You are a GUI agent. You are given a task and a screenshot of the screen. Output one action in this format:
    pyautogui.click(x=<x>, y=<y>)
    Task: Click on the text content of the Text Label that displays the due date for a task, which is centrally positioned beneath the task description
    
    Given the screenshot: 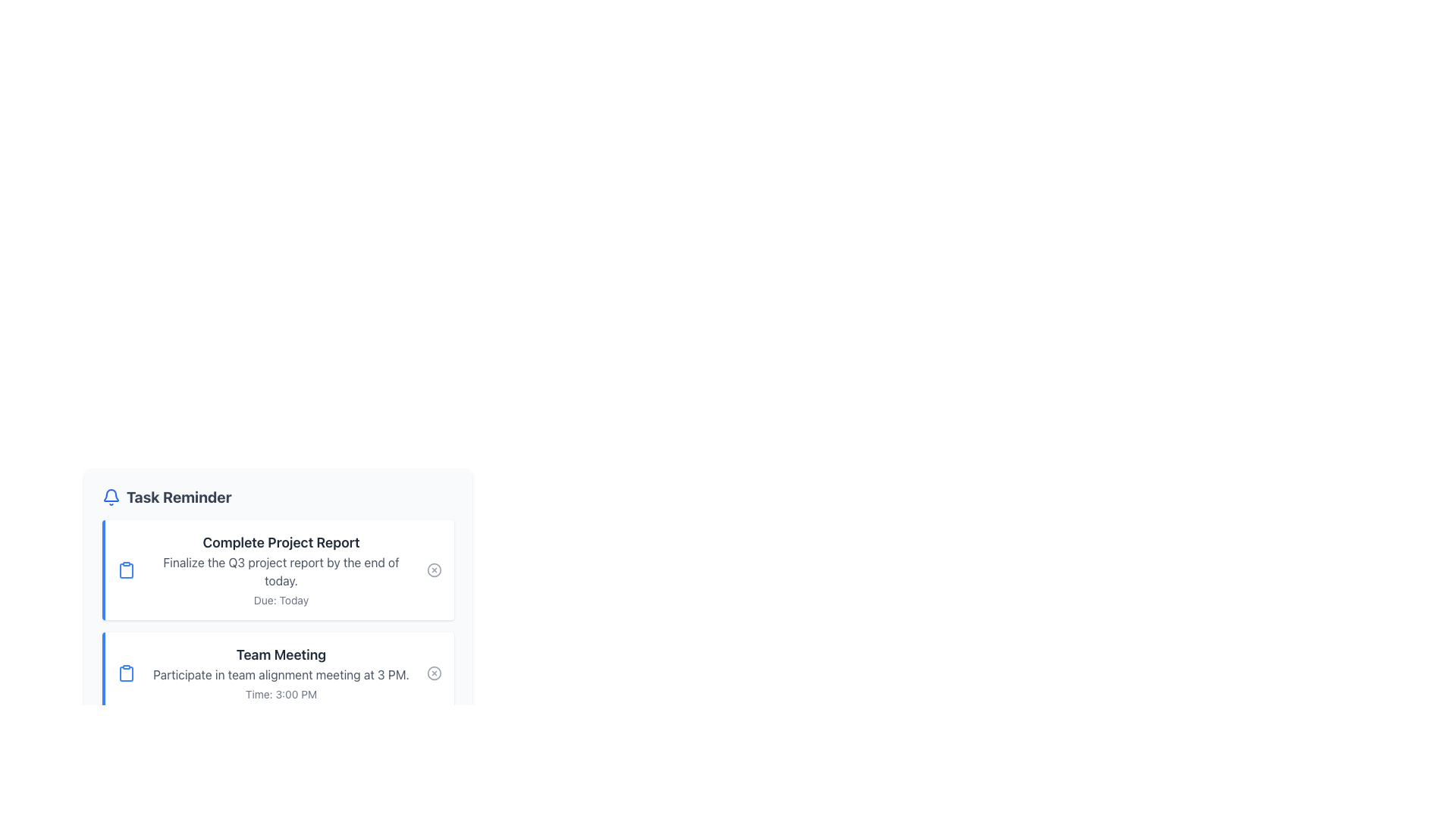 What is the action you would take?
    pyautogui.click(x=281, y=599)
    